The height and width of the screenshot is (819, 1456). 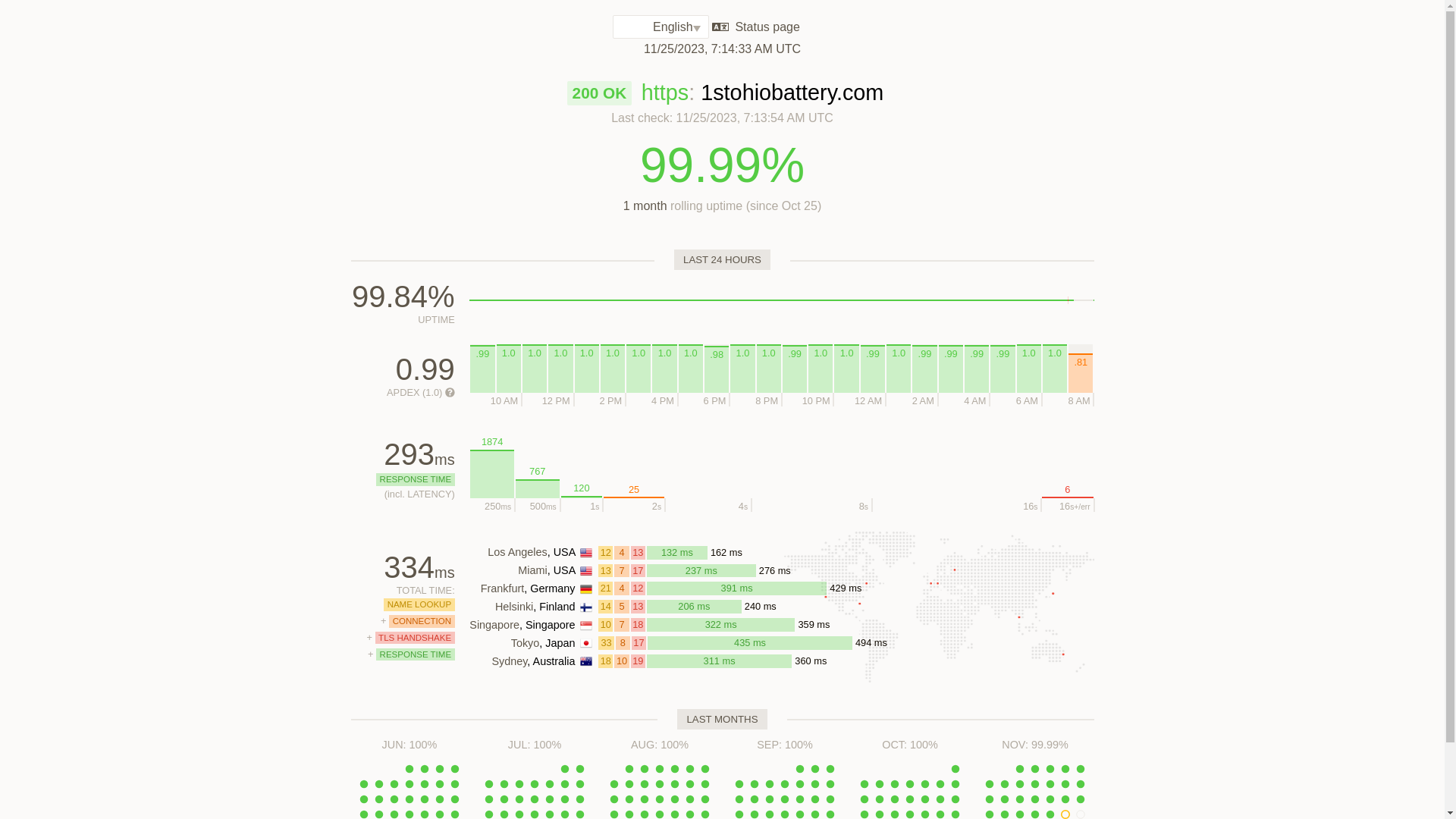 What do you see at coordinates (644, 769) in the screenshot?
I see `'<small>Aug 02:</small> No downtime'` at bounding box center [644, 769].